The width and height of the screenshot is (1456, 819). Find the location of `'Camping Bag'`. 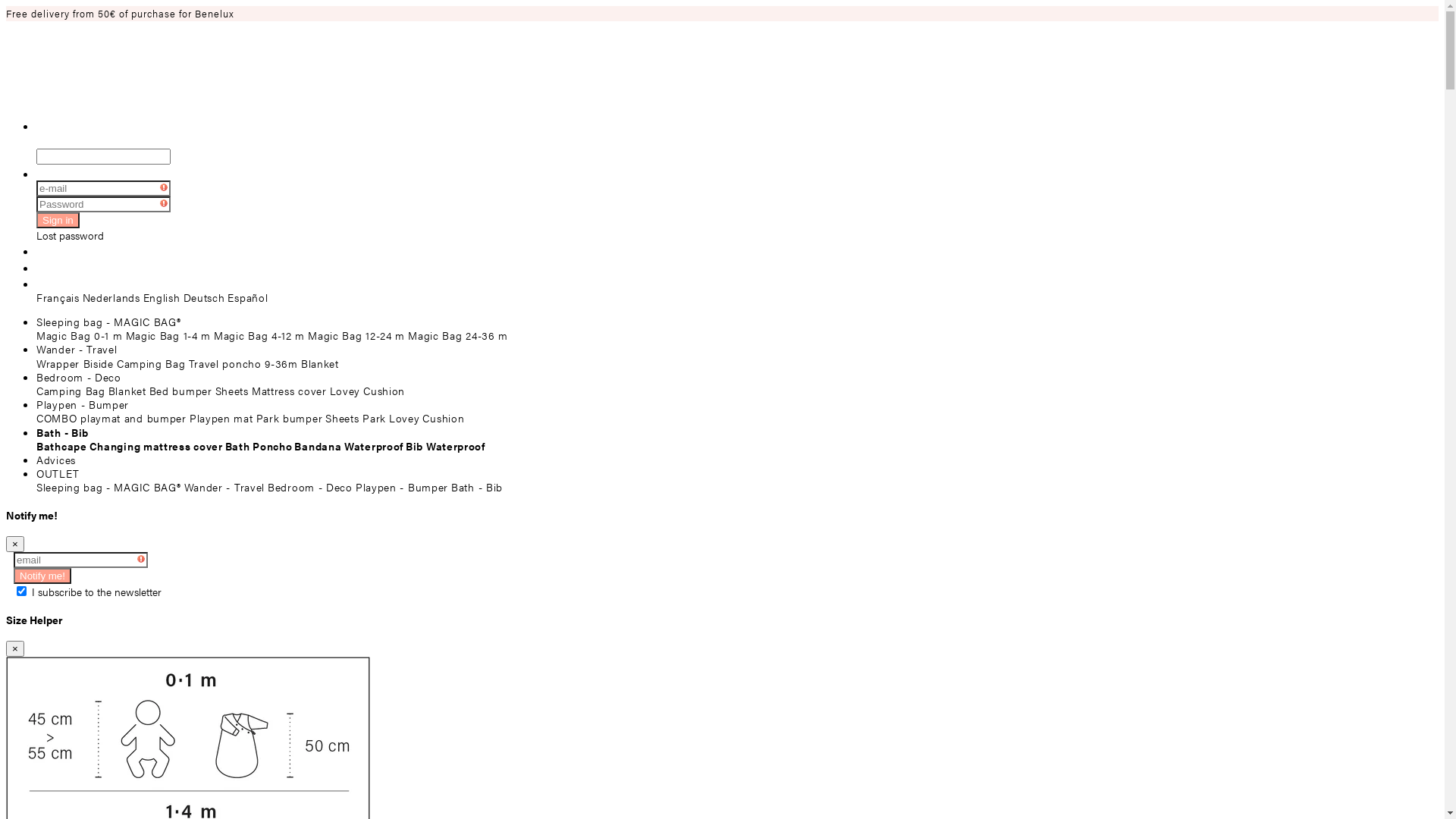

'Camping Bag' is located at coordinates (70, 390).